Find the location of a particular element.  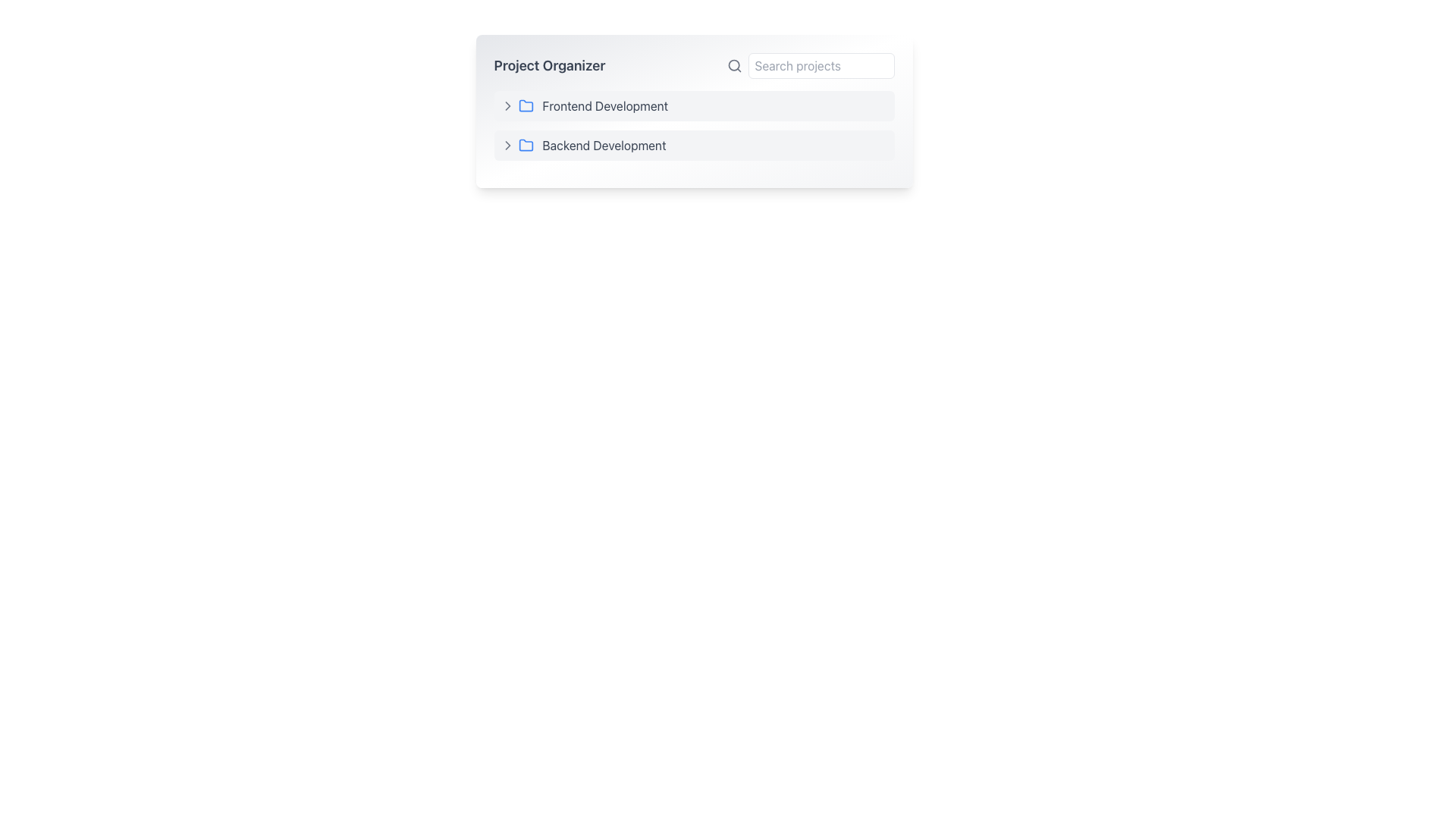

the search input field labeled 'Search projects' located in the header section of 'Project Organizer' is located at coordinates (810, 65).